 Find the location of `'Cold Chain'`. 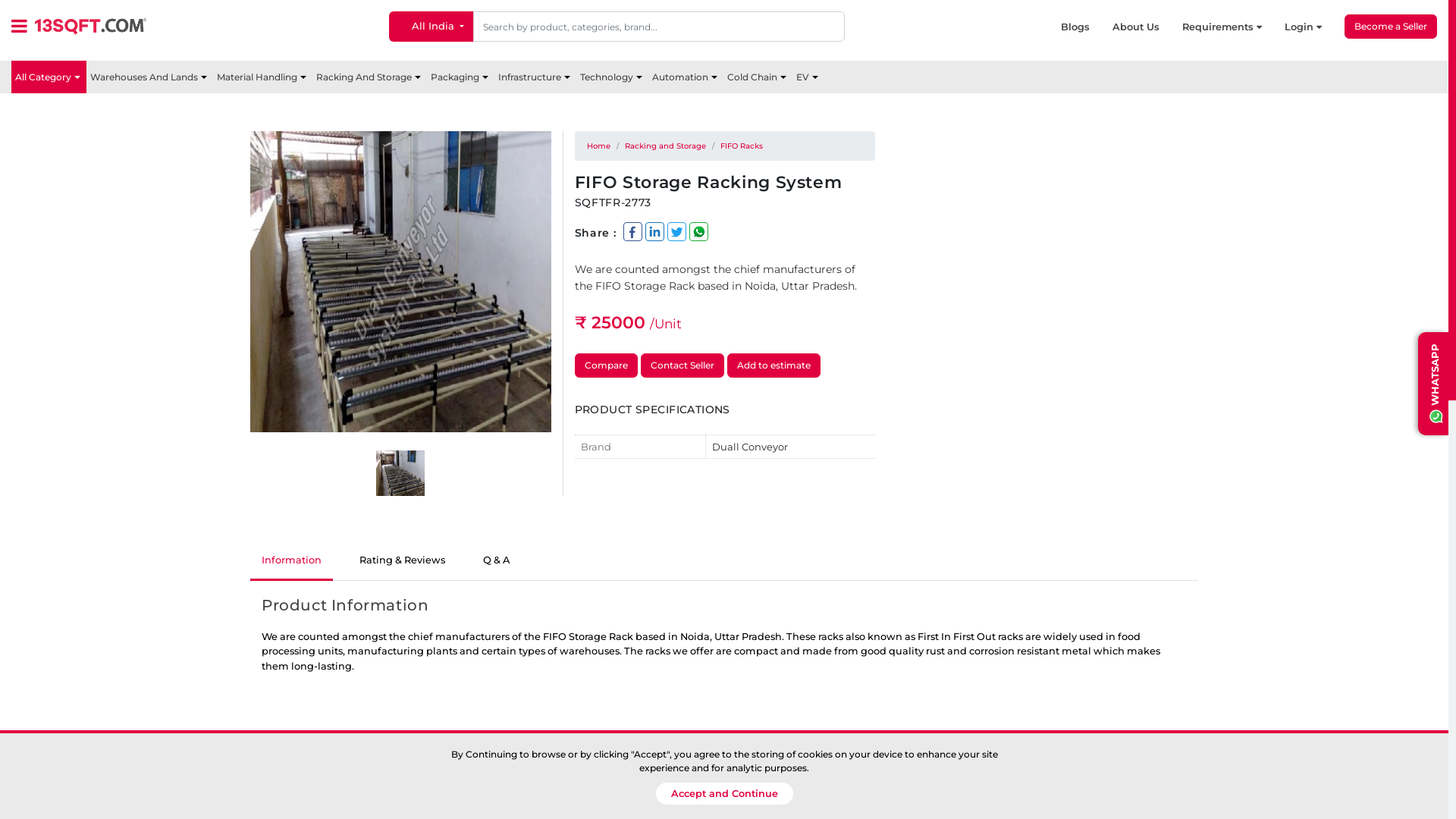

'Cold Chain' is located at coordinates (758, 77).